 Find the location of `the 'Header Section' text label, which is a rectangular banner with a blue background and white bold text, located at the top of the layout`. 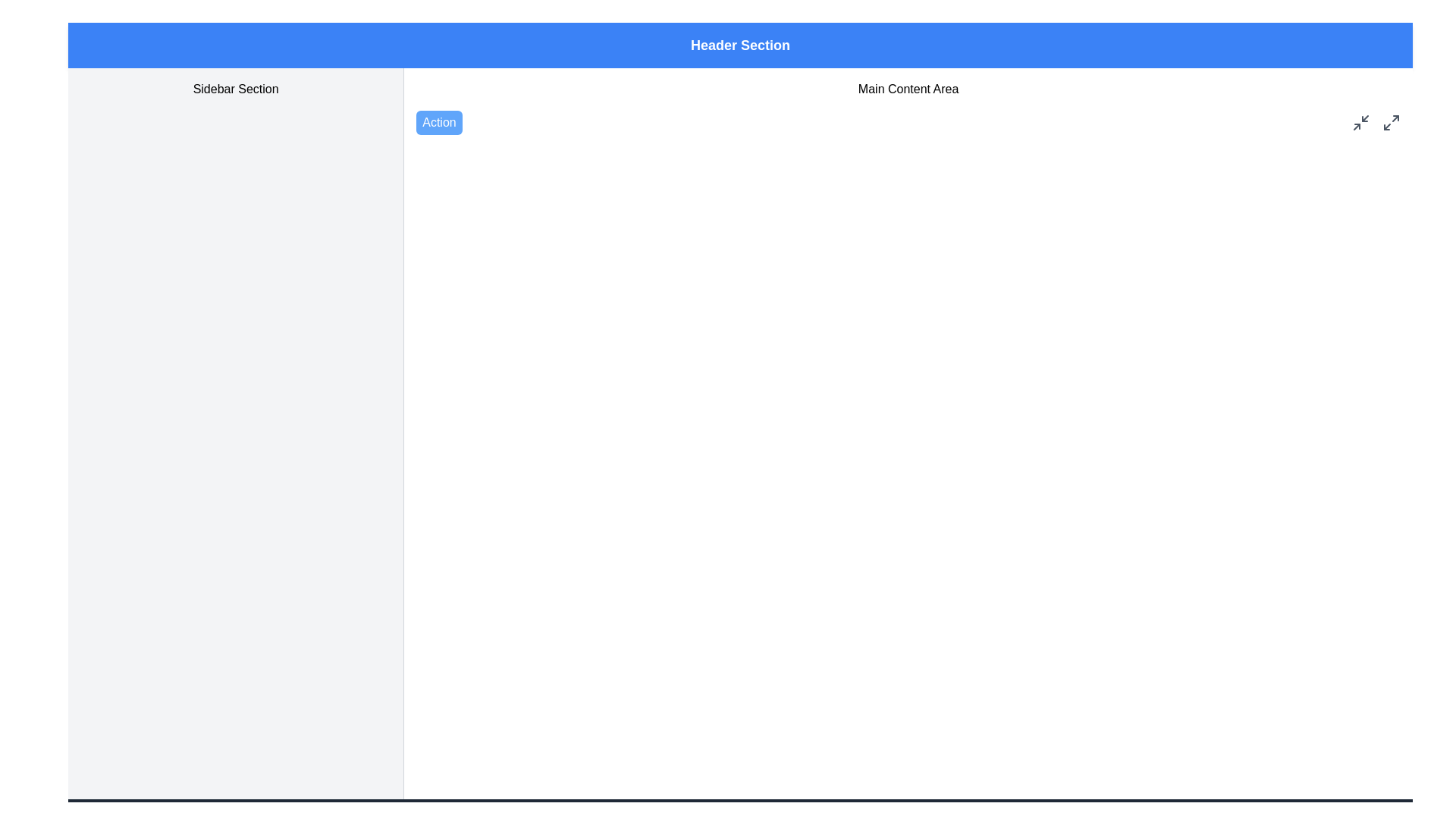

the 'Header Section' text label, which is a rectangular banner with a blue background and white bold text, located at the top of the layout is located at coordinates (740, 45).